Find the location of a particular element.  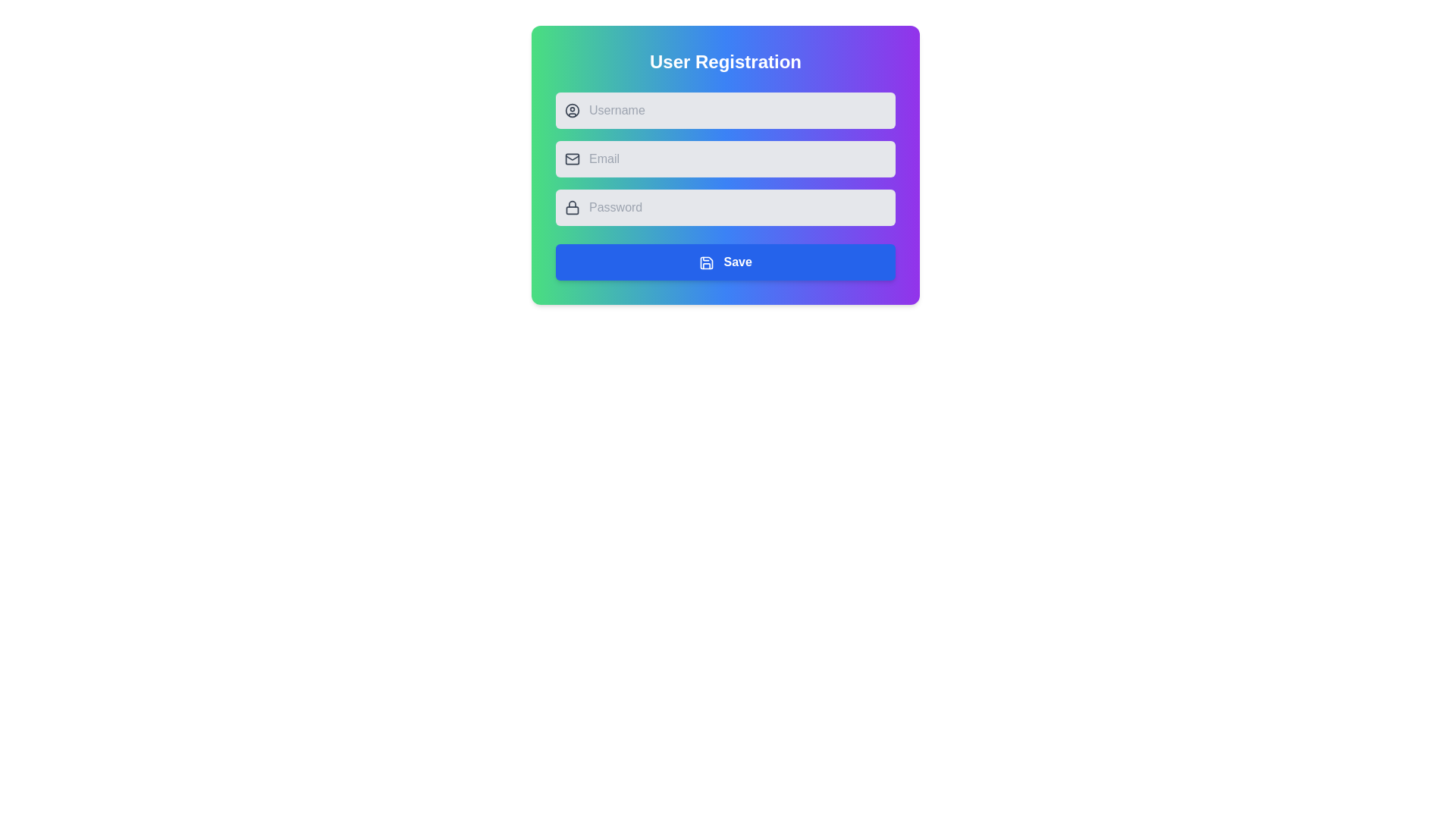

the email icon SVG located adjacent to the 'Email' label in the user registration form is located at coordinates (571, 158).